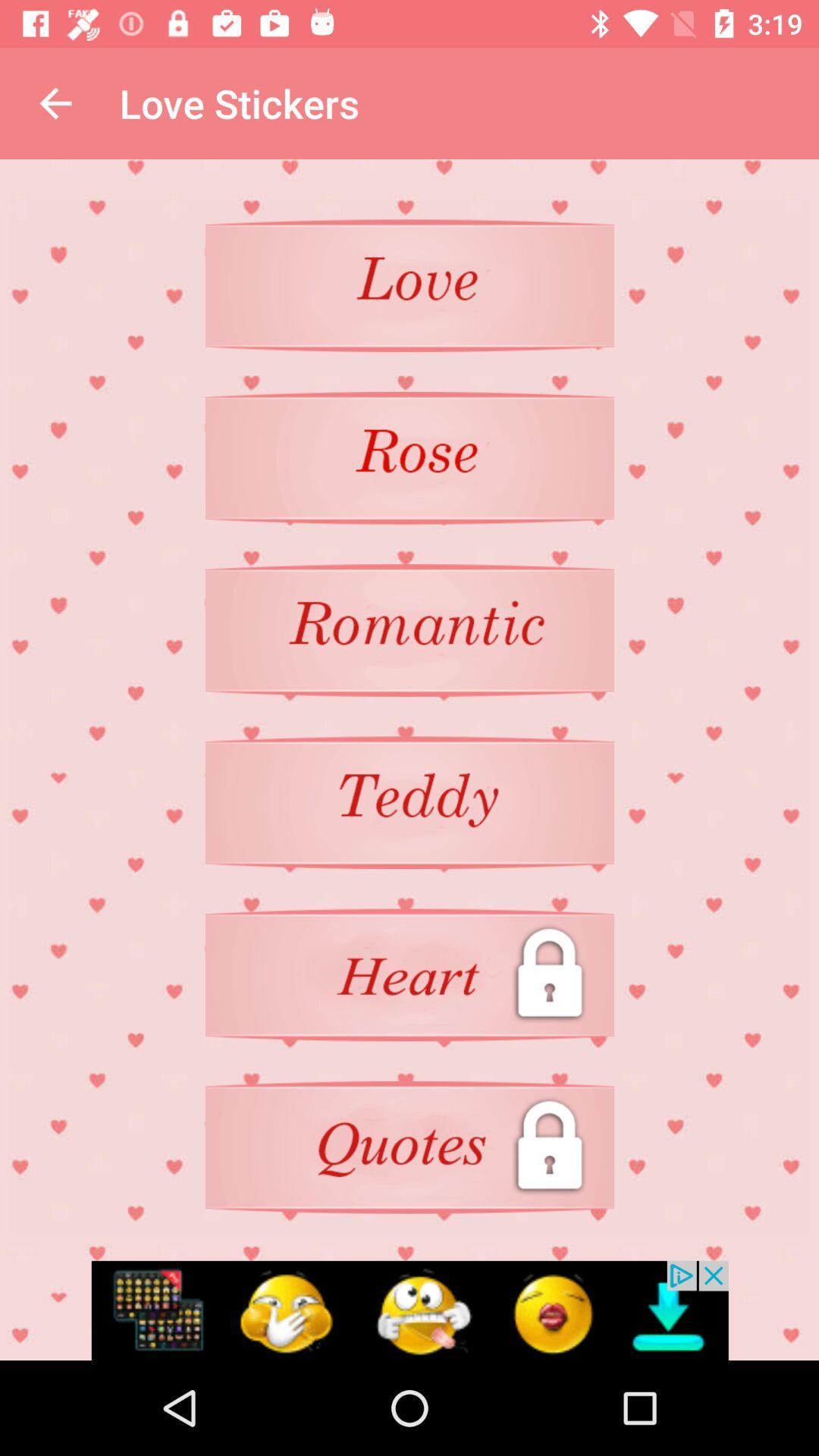 The image size is (819, 1456). What do you see at coordinates (409, 285) in the screenshot?
I see `stickers love` at bounding box center [409, 285].